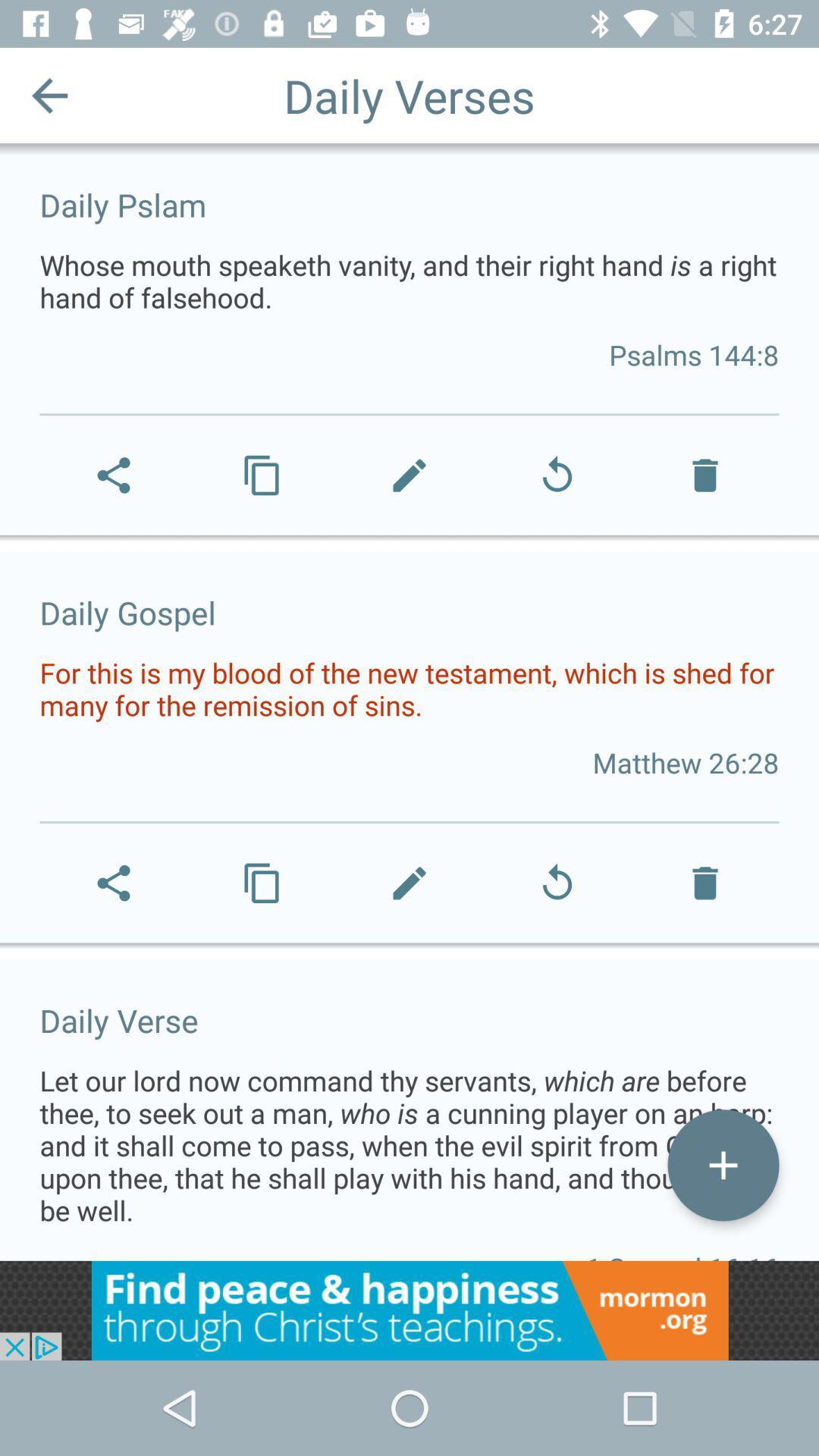  I want to click on to own opption, so click(722, 1164).